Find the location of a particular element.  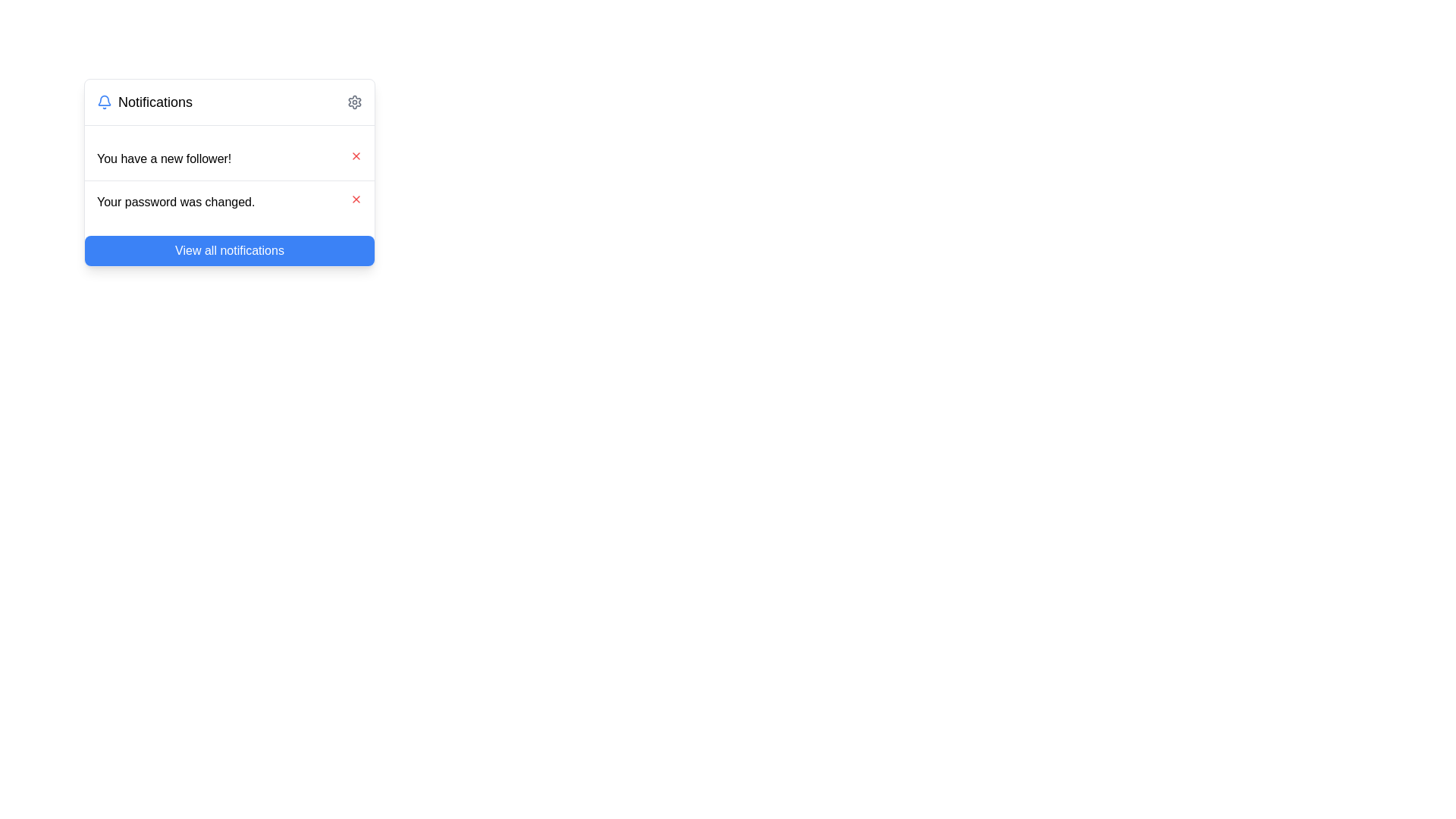

the settings button located on the rightmost side of the header section of the notifications panel, adjacent to the bell icon and the text 'Notifications' is located at coordinates (353, 102).